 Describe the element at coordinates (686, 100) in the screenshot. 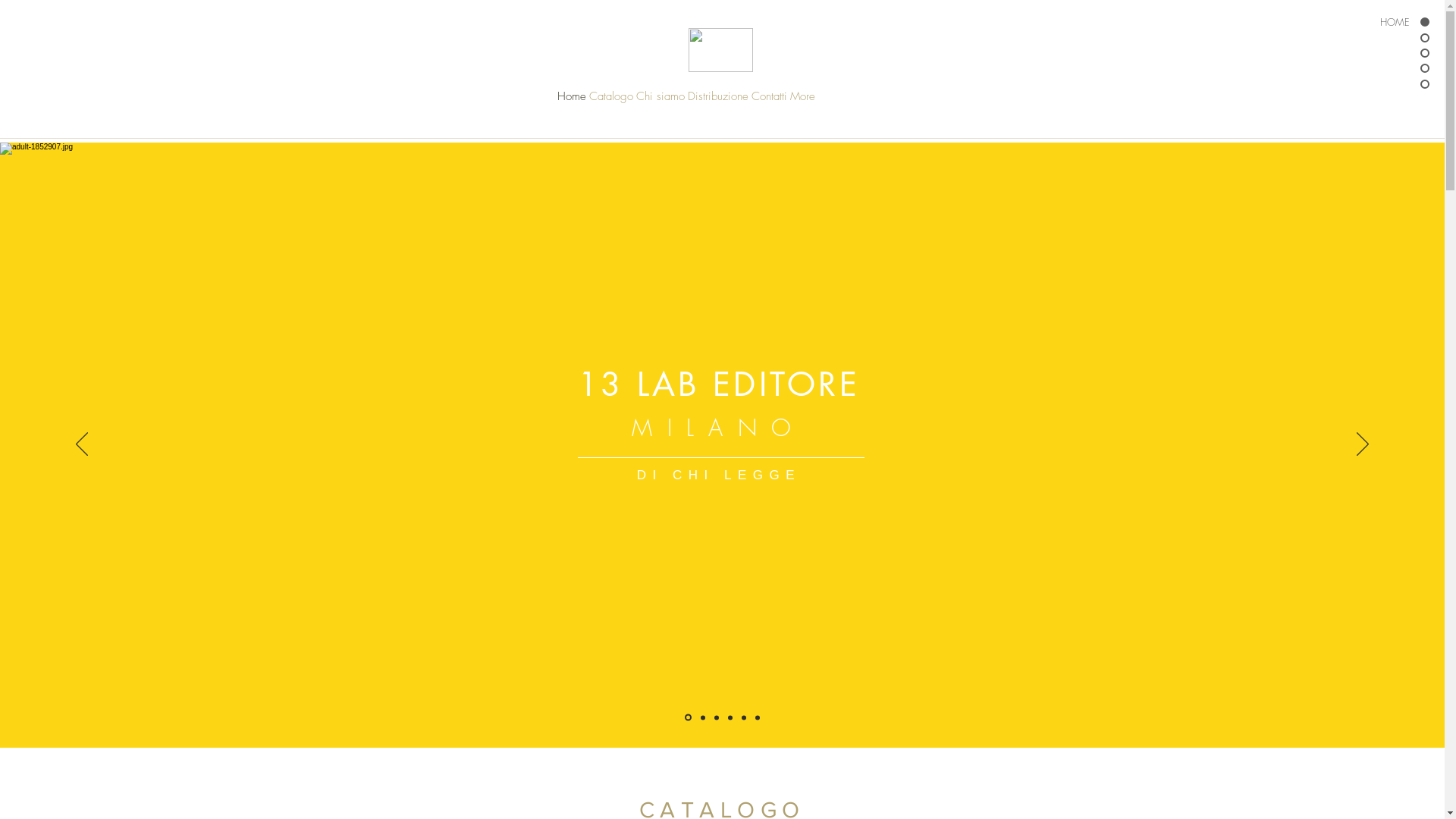

I see `'Distribuzione'` at that location.